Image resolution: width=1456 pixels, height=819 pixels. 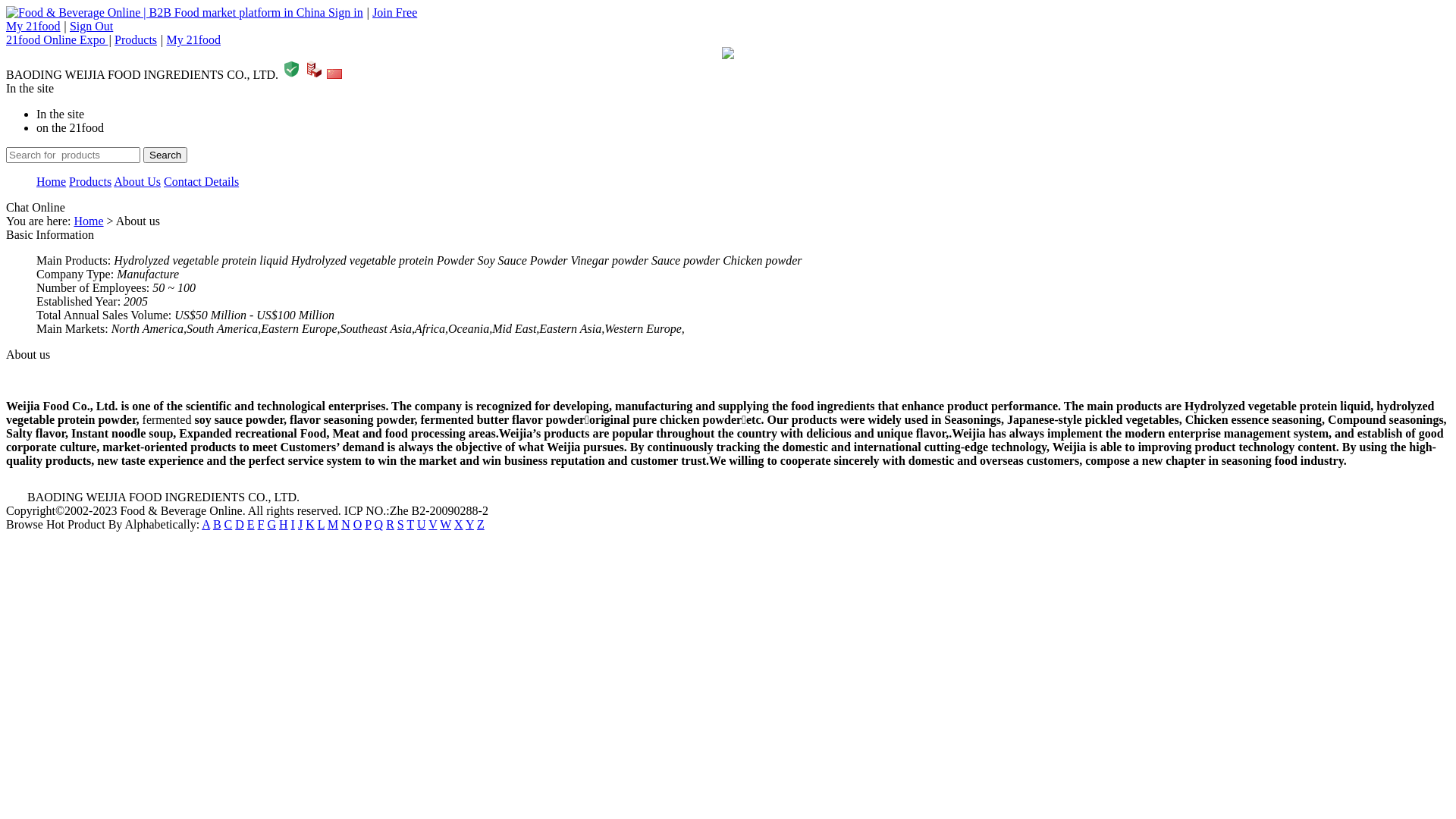 I want to click on 'Sign Out', so click(x=90, y=26).